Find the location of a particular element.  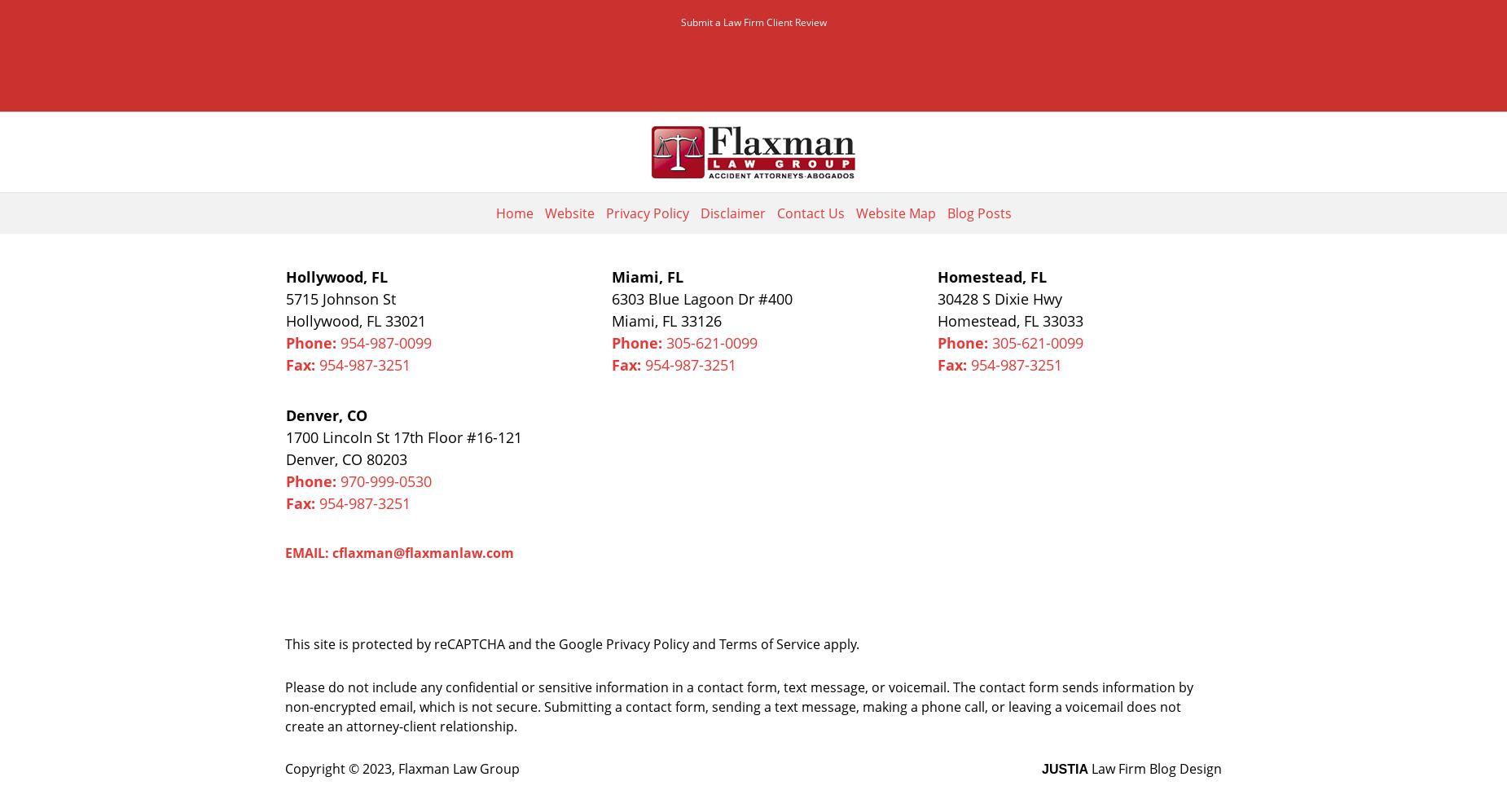

'Submit a Law Firm Client Review' is located at coordinates (753, 22).